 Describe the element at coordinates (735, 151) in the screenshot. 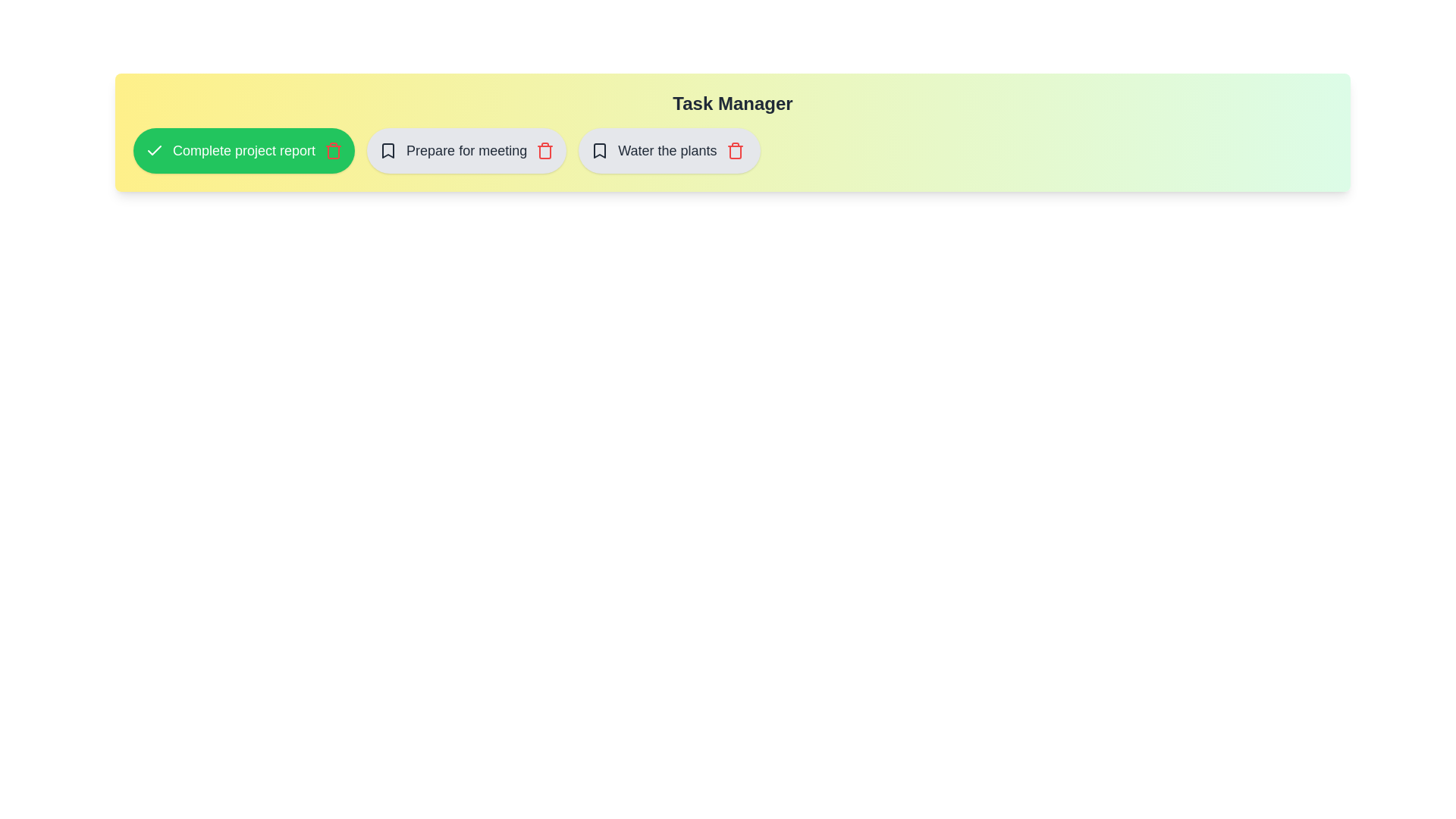

I see `the trash icon to delete the task 'Water the plants'` at that location.